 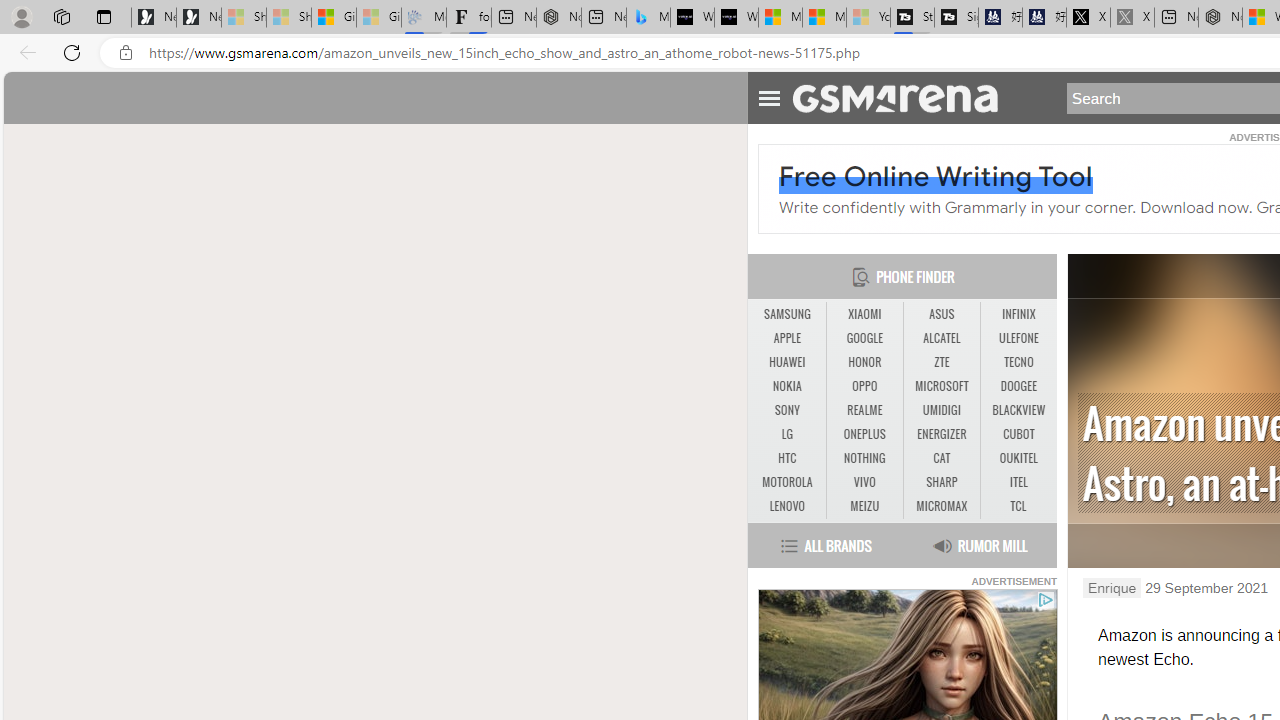 I want to click on 'ITEL', so click(x=1018, y=482).